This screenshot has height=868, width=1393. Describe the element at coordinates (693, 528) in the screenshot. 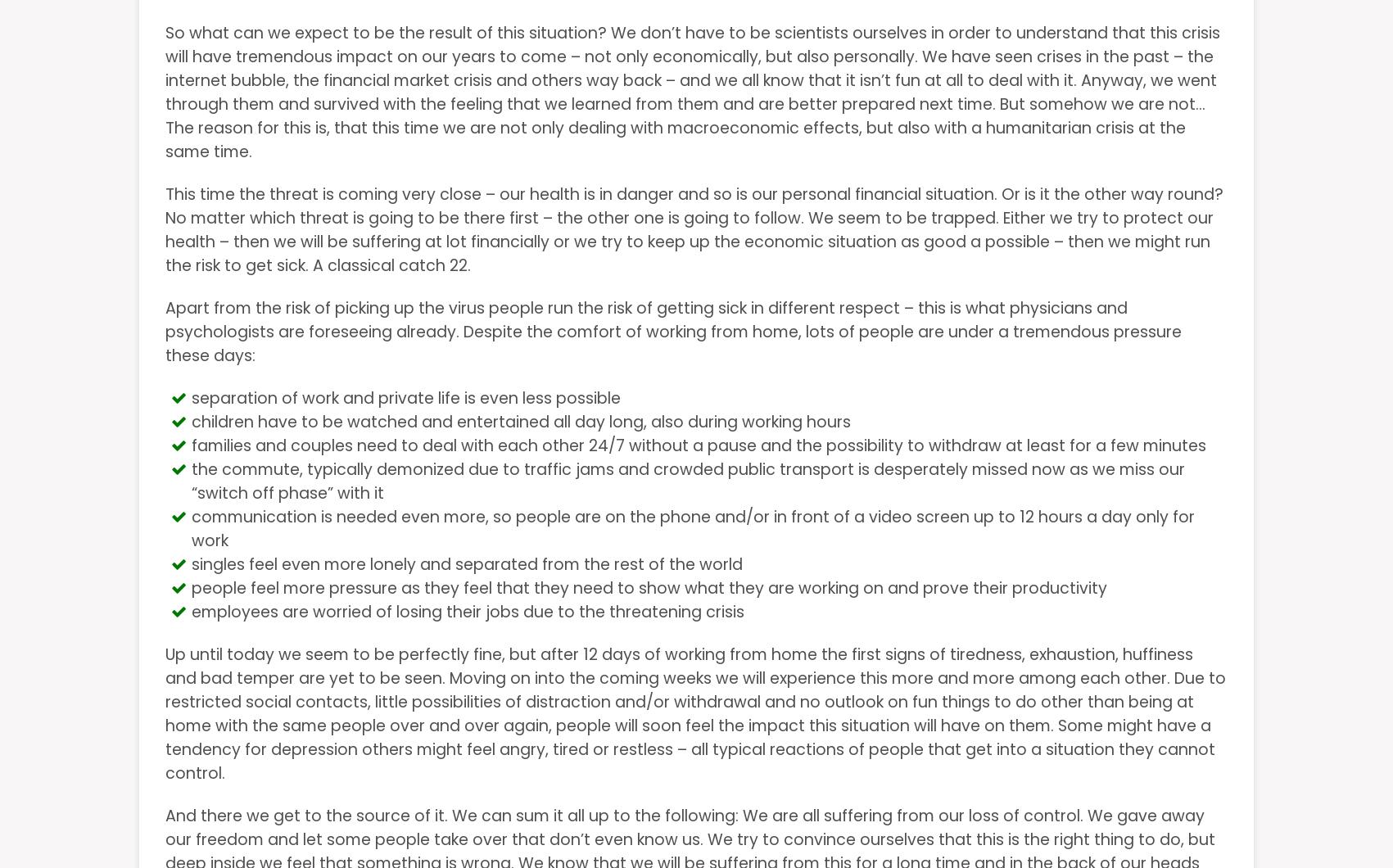

I see `'communication is needed even more, so people are on the phone and/or in front of a video screen up to 12 hours a day only for work'` at that location.